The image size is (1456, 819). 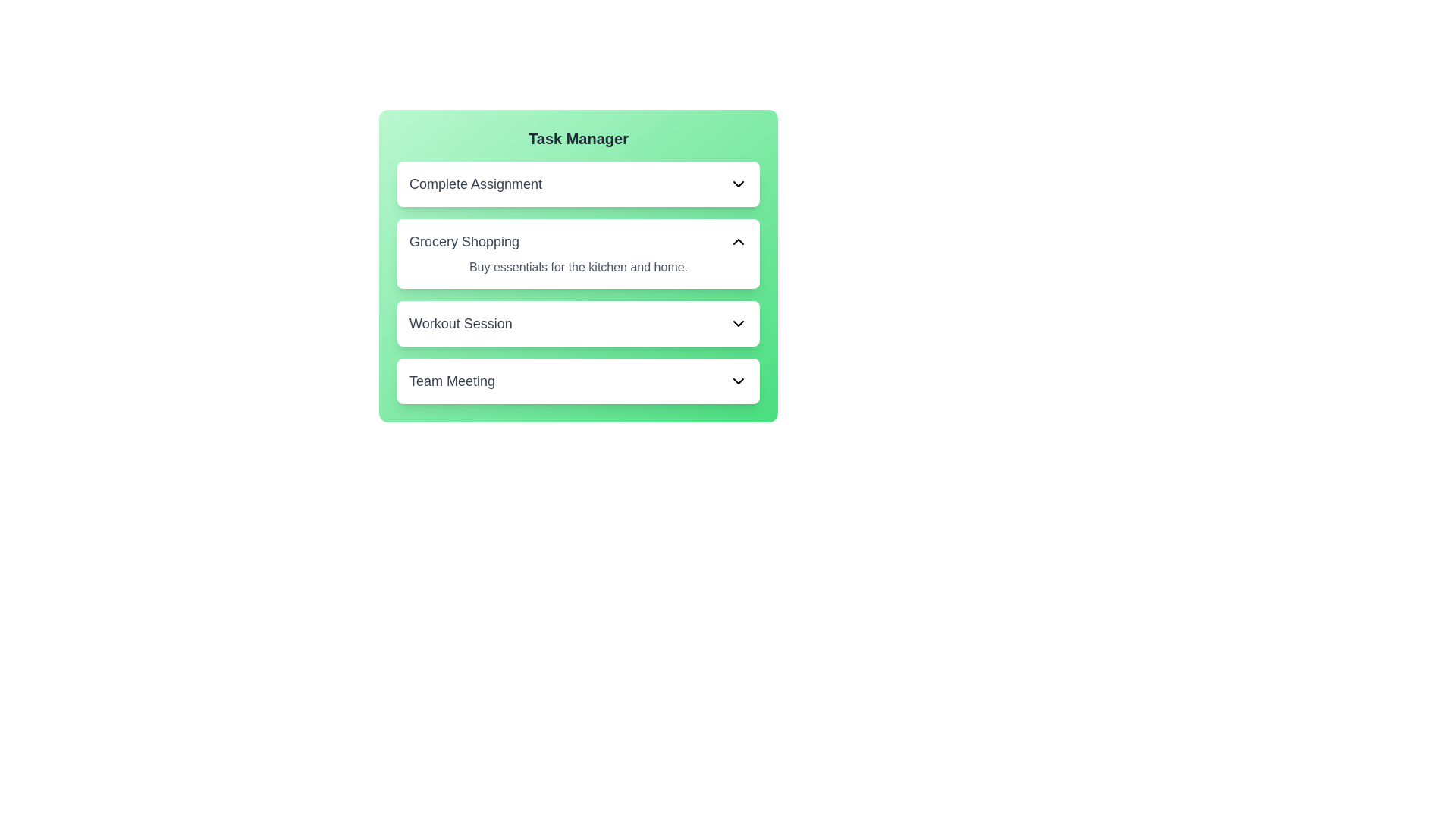 What do you see at coordinates (578, 253) in the screenshot?
I see `the task card with title Grocery Shopping` at bounding box center [578, 253].